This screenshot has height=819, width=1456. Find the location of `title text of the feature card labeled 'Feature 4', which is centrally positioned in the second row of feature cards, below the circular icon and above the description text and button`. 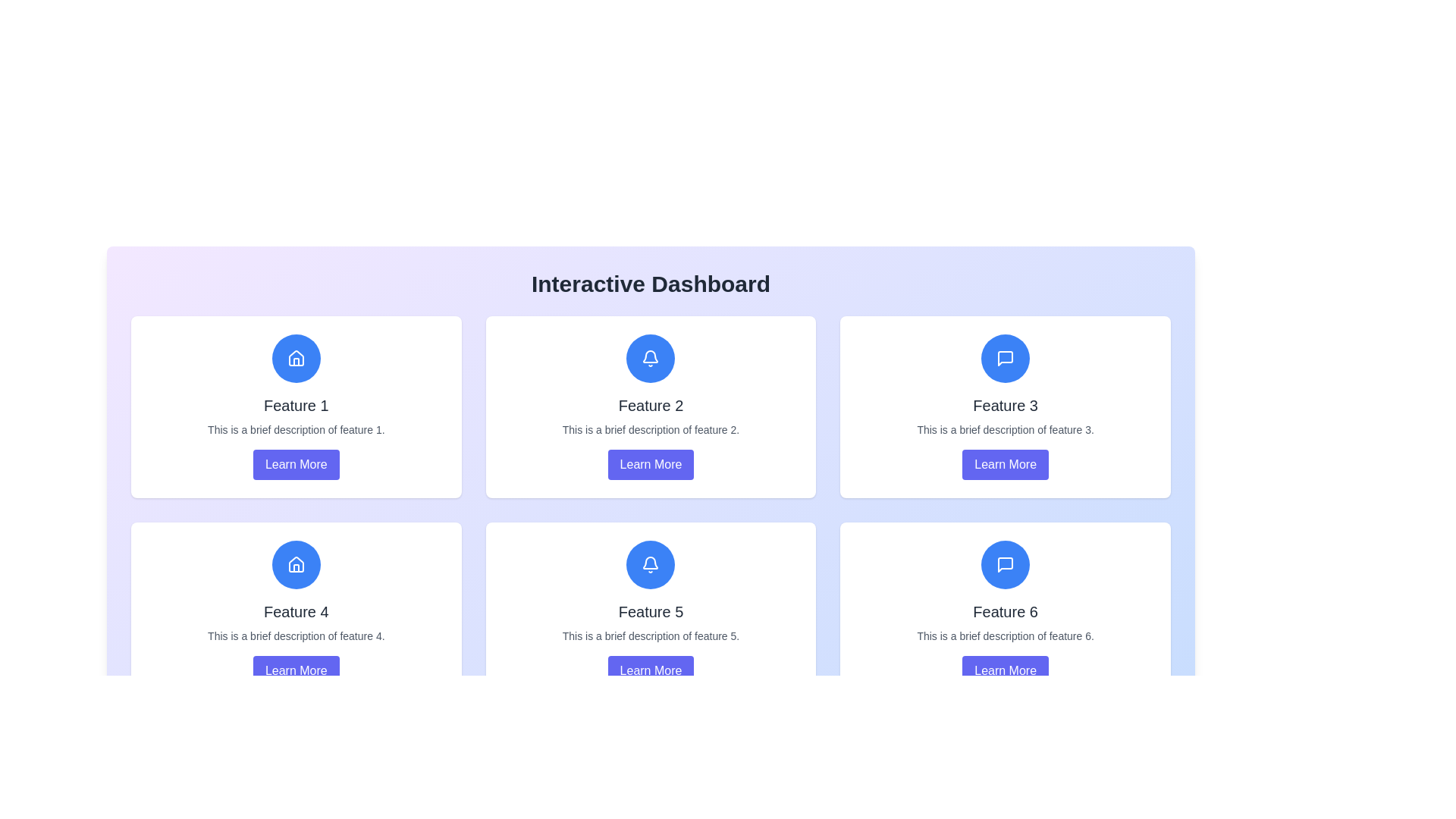

title text of the feature card labeled 'Feature 4', which is centrally positioned in the second row of feature cards, below the circular icon and above the description text and button is located at coordinates (296, 610).